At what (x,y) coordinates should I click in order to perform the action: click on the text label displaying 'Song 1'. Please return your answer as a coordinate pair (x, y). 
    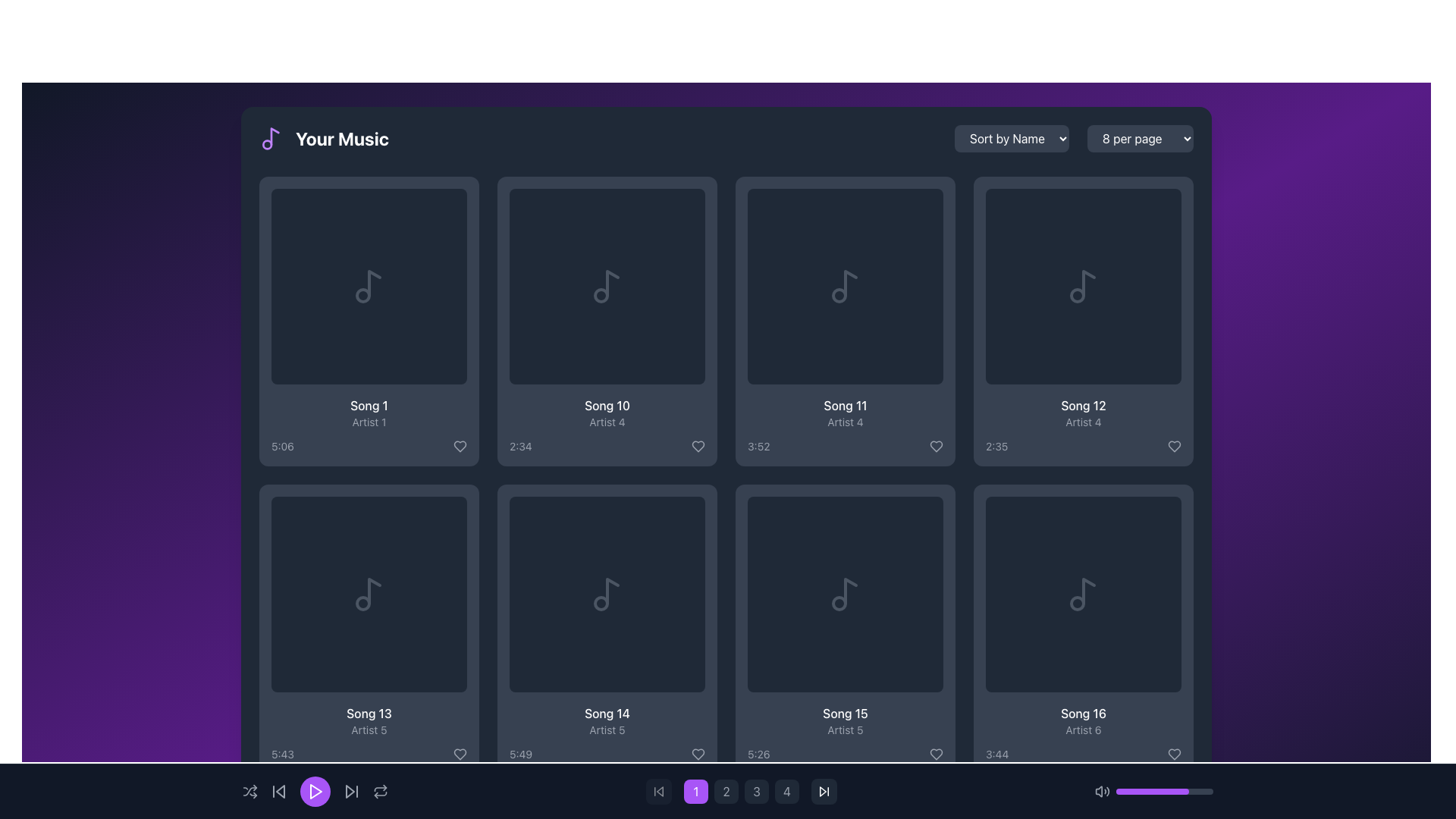
    Looking at the image, I should click on (369, 405).